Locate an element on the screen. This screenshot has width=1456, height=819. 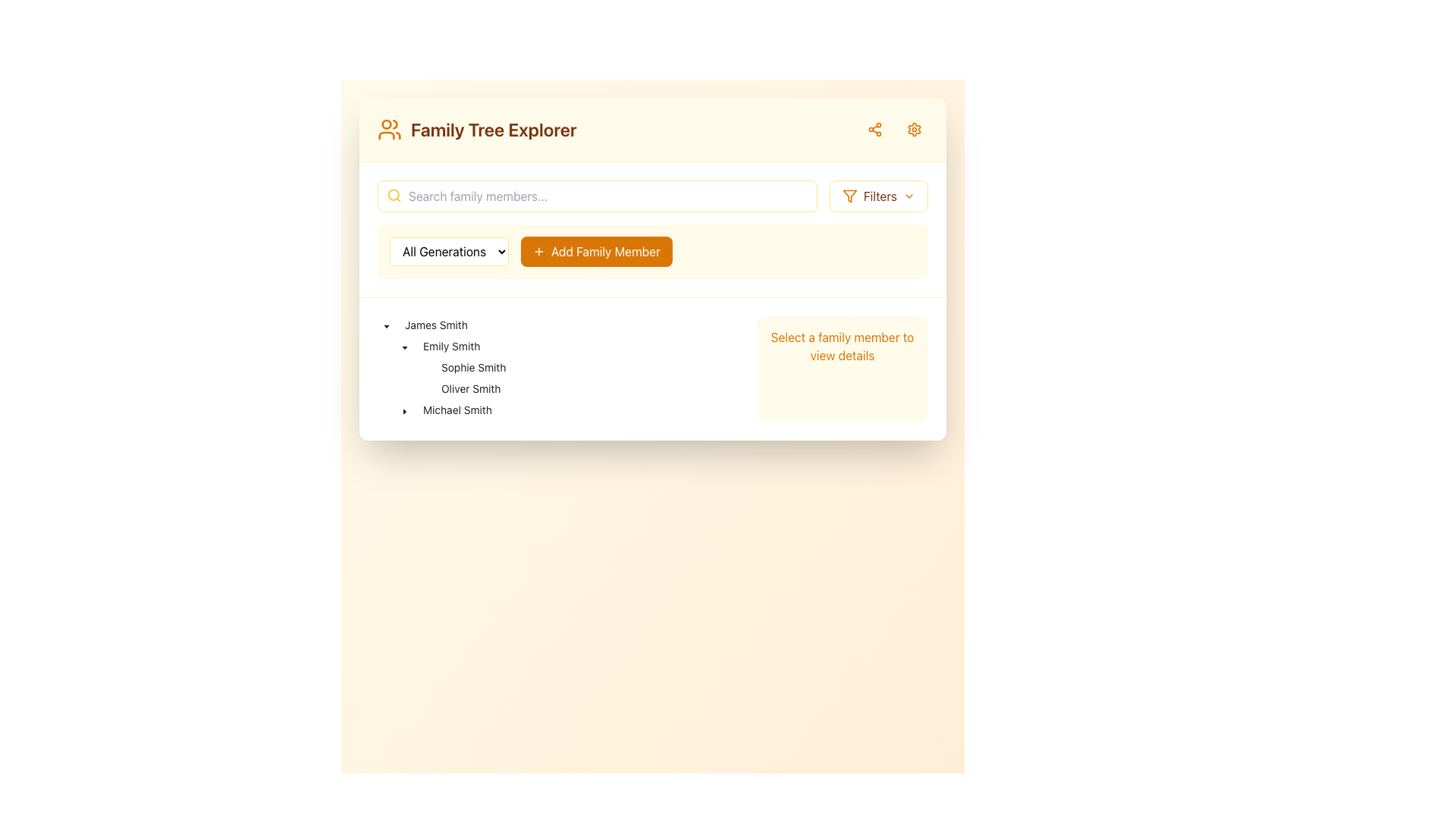
the decorative circular graphic element within the SVG image located in the header area, positioned to the left of the 'Family Tree Explorer' text is located at coordinates (386, 124).